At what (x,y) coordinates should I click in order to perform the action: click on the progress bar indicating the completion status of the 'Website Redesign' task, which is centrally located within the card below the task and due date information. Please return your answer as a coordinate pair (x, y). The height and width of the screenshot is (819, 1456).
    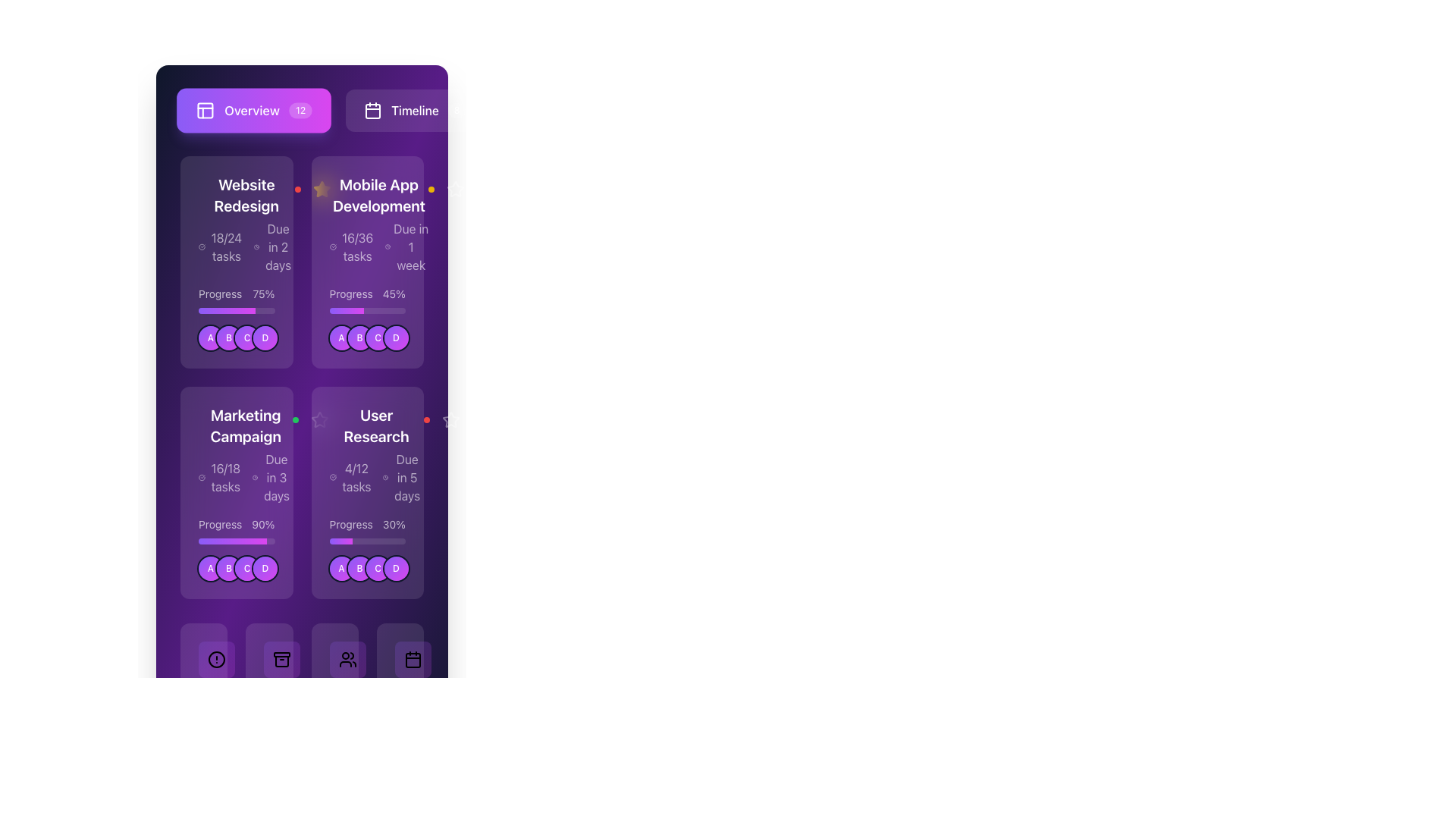
    Looking at the image, I should click on (236, 300).